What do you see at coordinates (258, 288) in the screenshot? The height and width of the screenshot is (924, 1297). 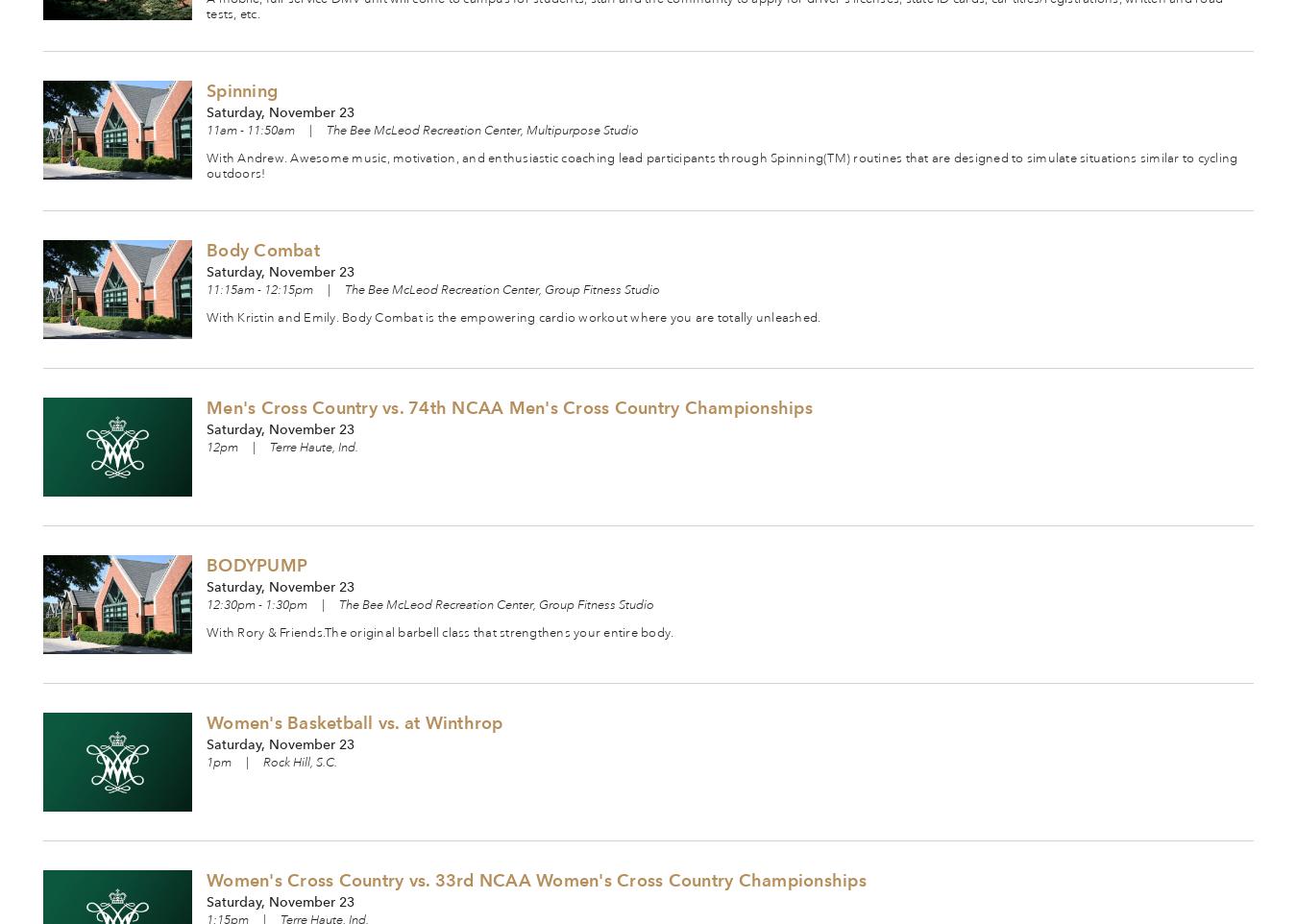 I see `'11:15am - 12:15pm'` at bounding box center [258, 288].